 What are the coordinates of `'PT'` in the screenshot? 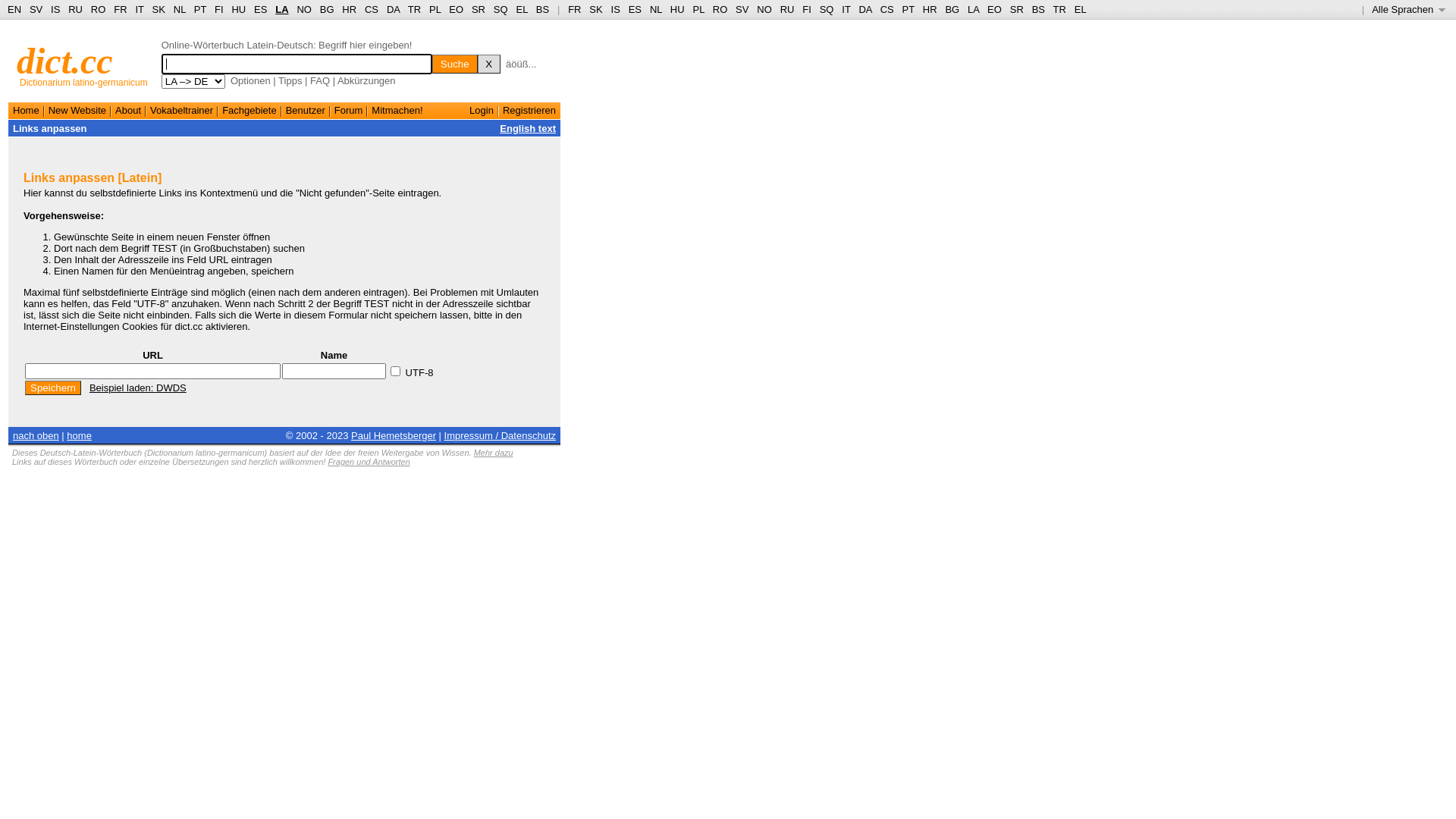 It's located at (199, 9).